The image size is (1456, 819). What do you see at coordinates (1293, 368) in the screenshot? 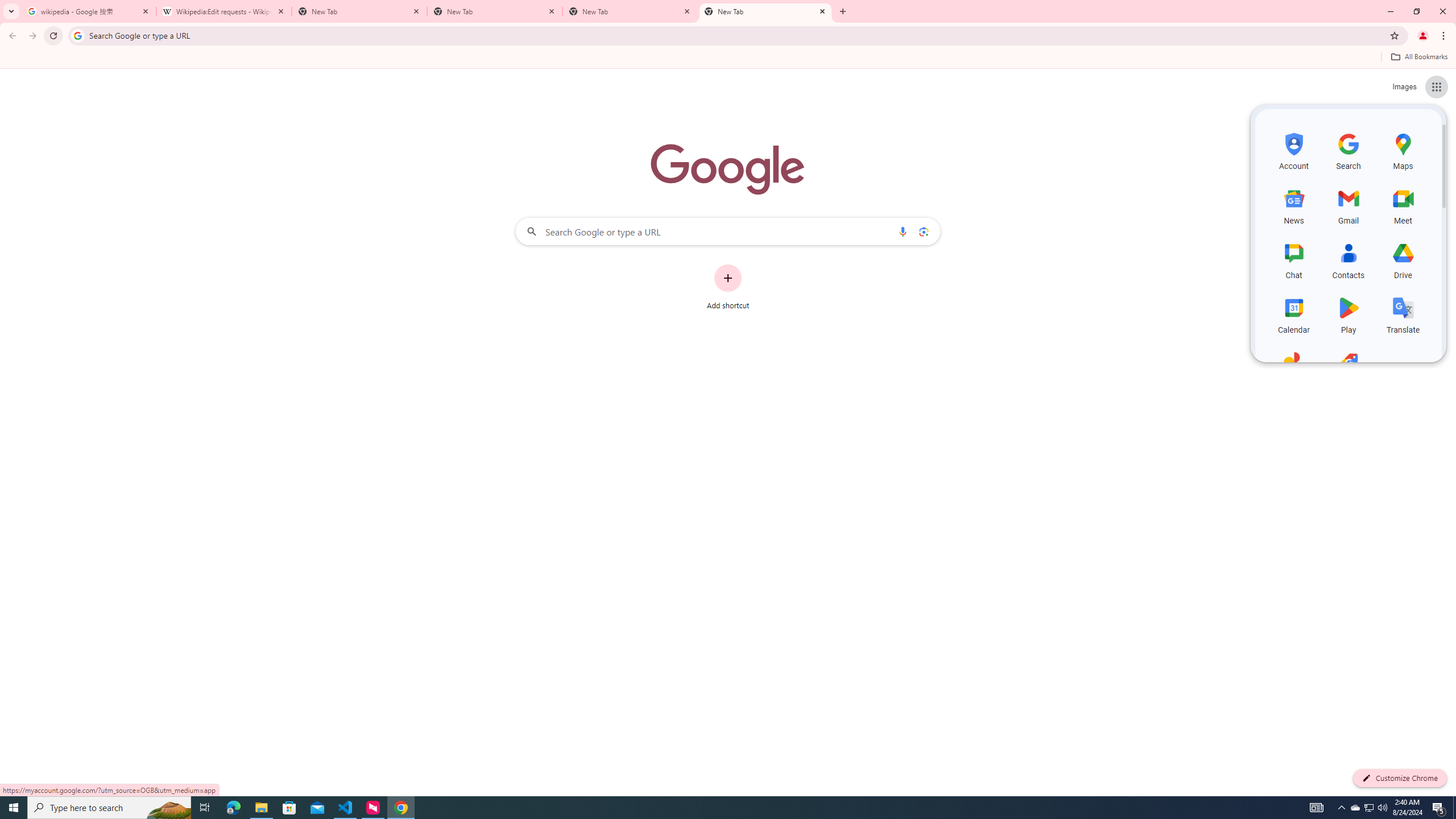
I see `'Photos, row 5 of 5 and column 1 of 3 in the first section'` at bounding box center [1293, 368].